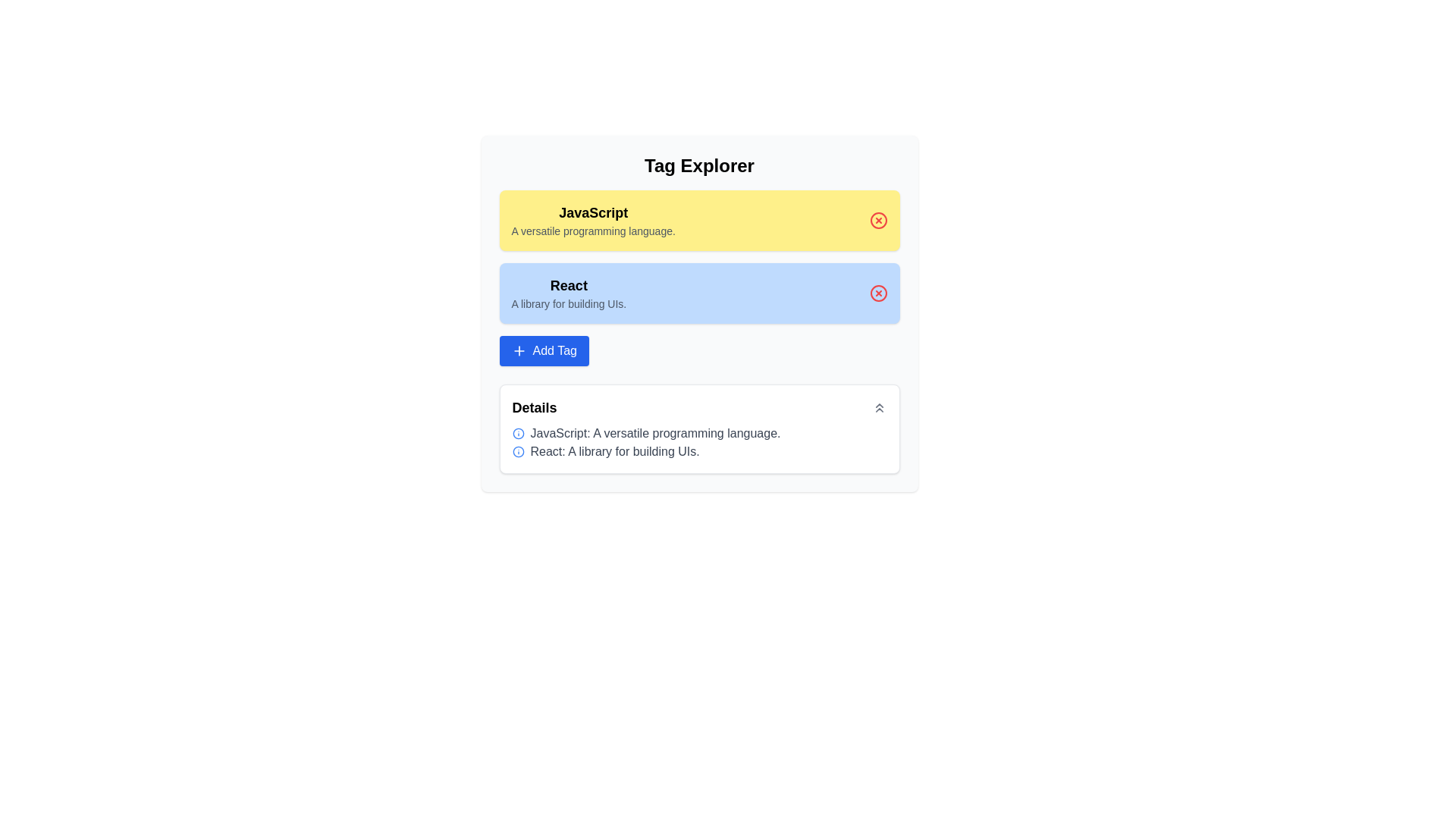 The image size is (1456, 819). I want to click on first SVG circle component within the 'Details' section of the information icon for debugging purposes, so click(518, 433).